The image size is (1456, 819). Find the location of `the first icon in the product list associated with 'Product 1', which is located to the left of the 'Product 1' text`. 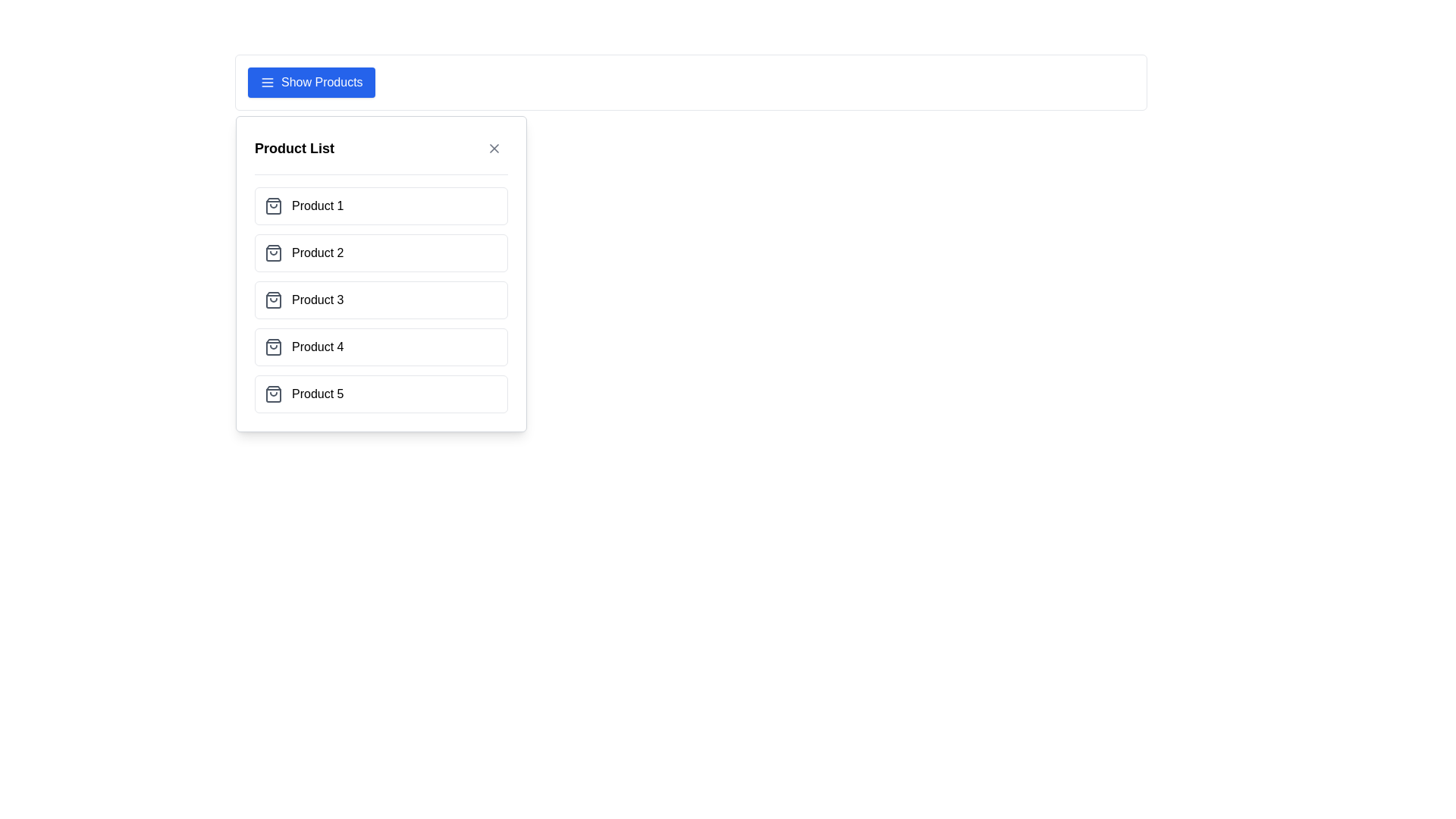

the first icon in the product list associated with 'Product 1', which is located to the left of the 'Product 1' text is located at coordinates (273, 206).